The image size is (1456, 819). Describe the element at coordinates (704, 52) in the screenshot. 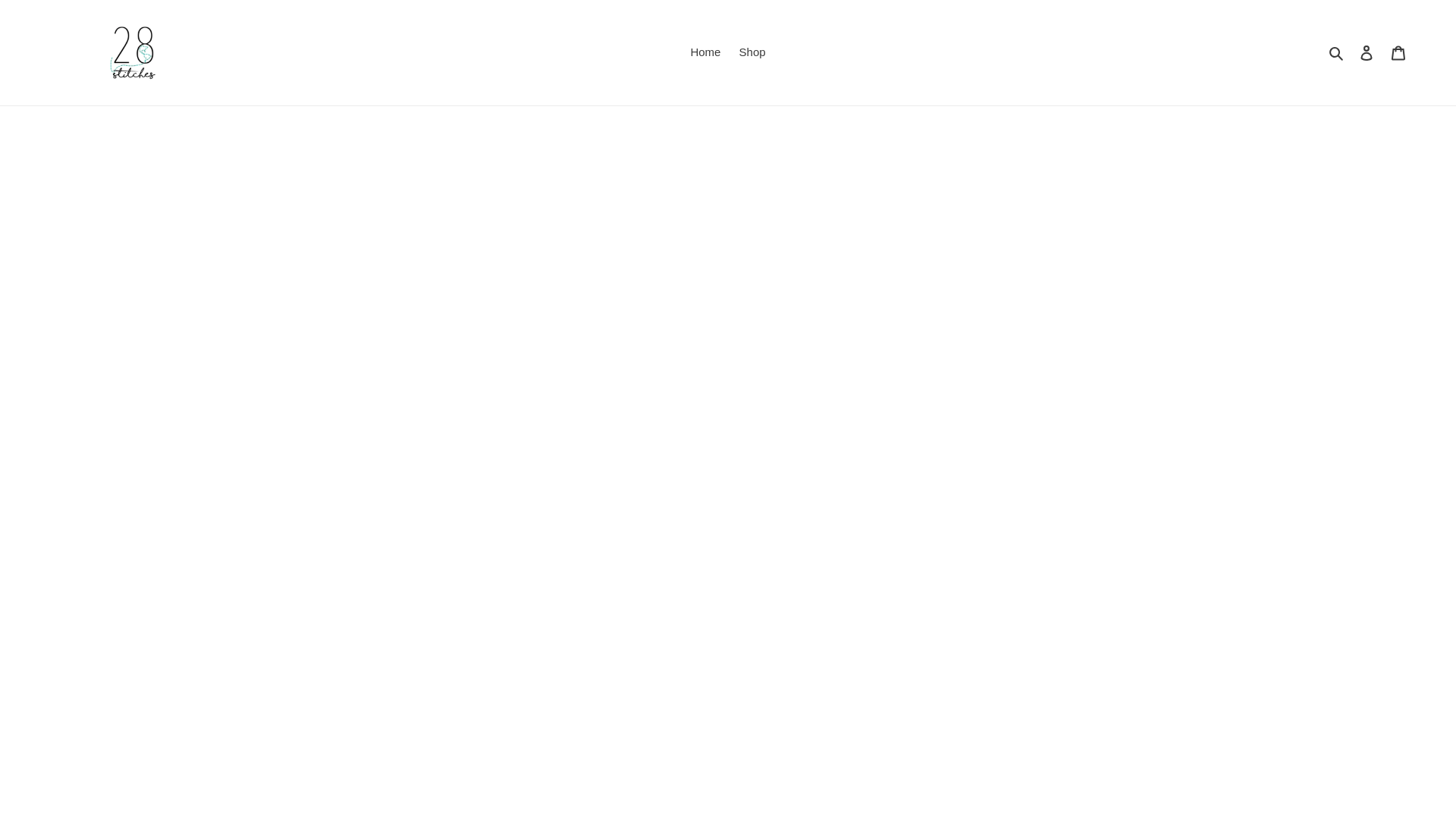

I see `'Home'` at that location.